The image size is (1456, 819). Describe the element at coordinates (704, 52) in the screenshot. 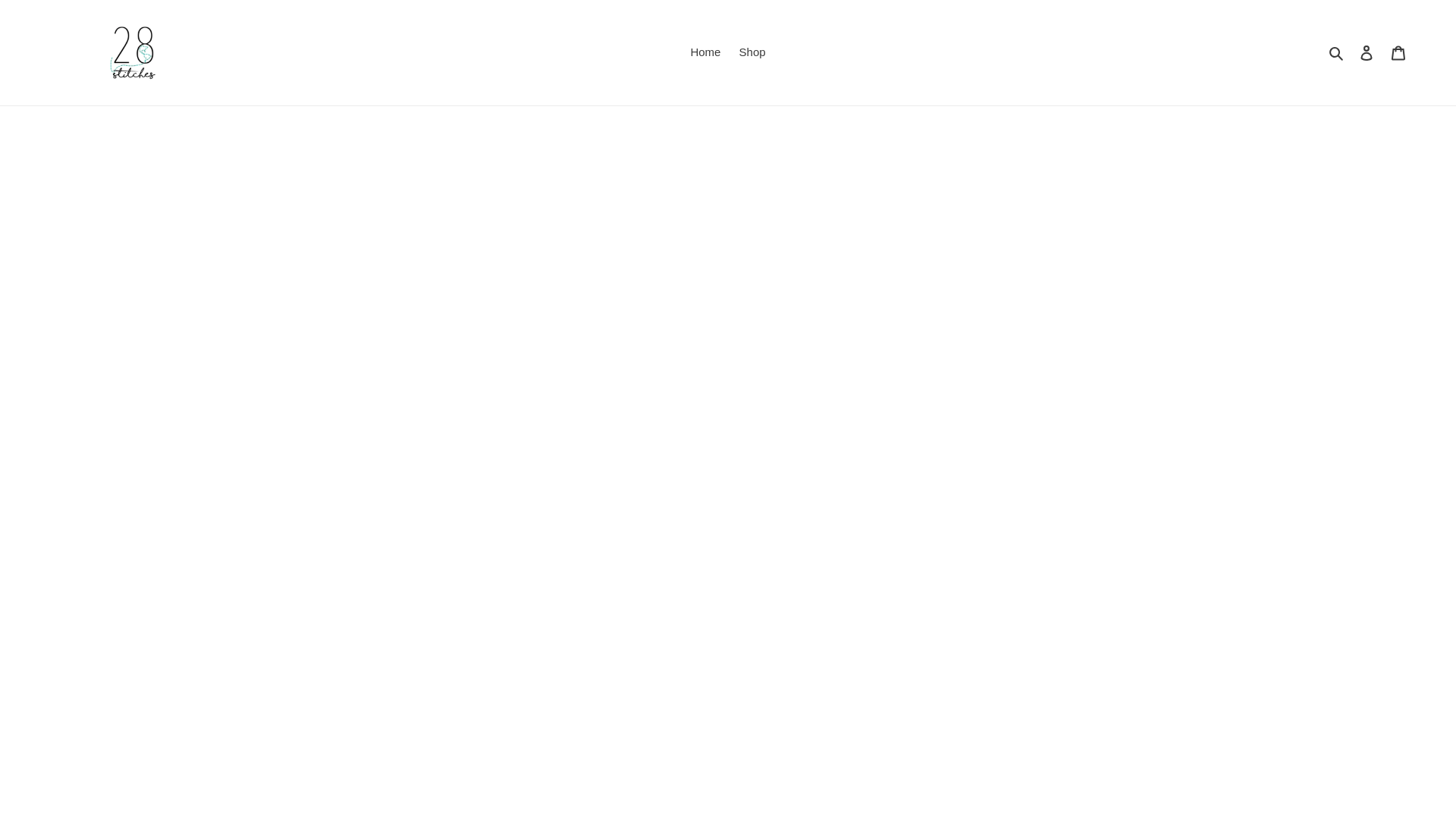

I see `'Home'` at that location.